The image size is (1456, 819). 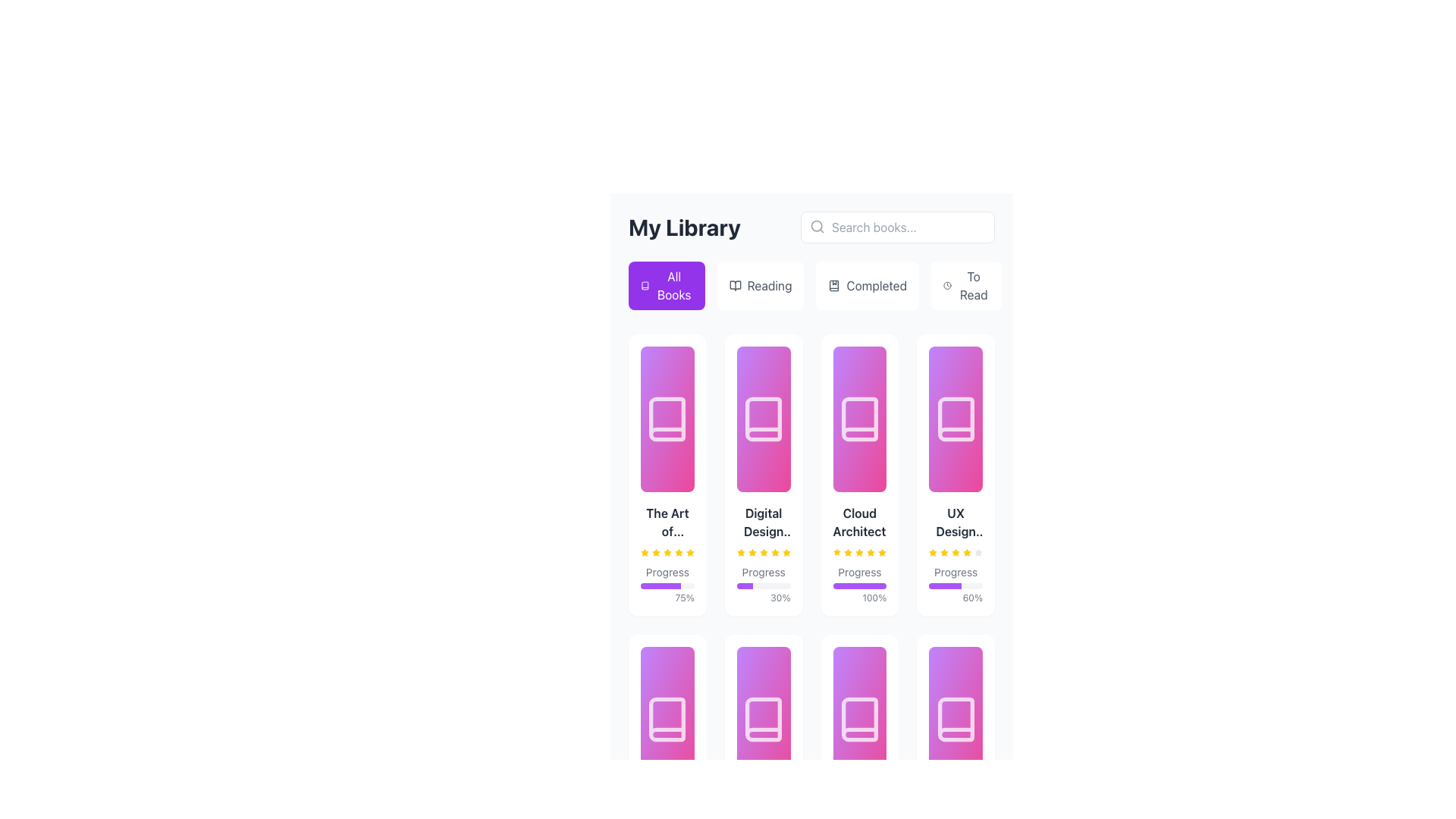 I want to click on the decorative icon representing a book entry located in the second column of the first row in a grid interface, below the header bar, so click(x=764, y=419).